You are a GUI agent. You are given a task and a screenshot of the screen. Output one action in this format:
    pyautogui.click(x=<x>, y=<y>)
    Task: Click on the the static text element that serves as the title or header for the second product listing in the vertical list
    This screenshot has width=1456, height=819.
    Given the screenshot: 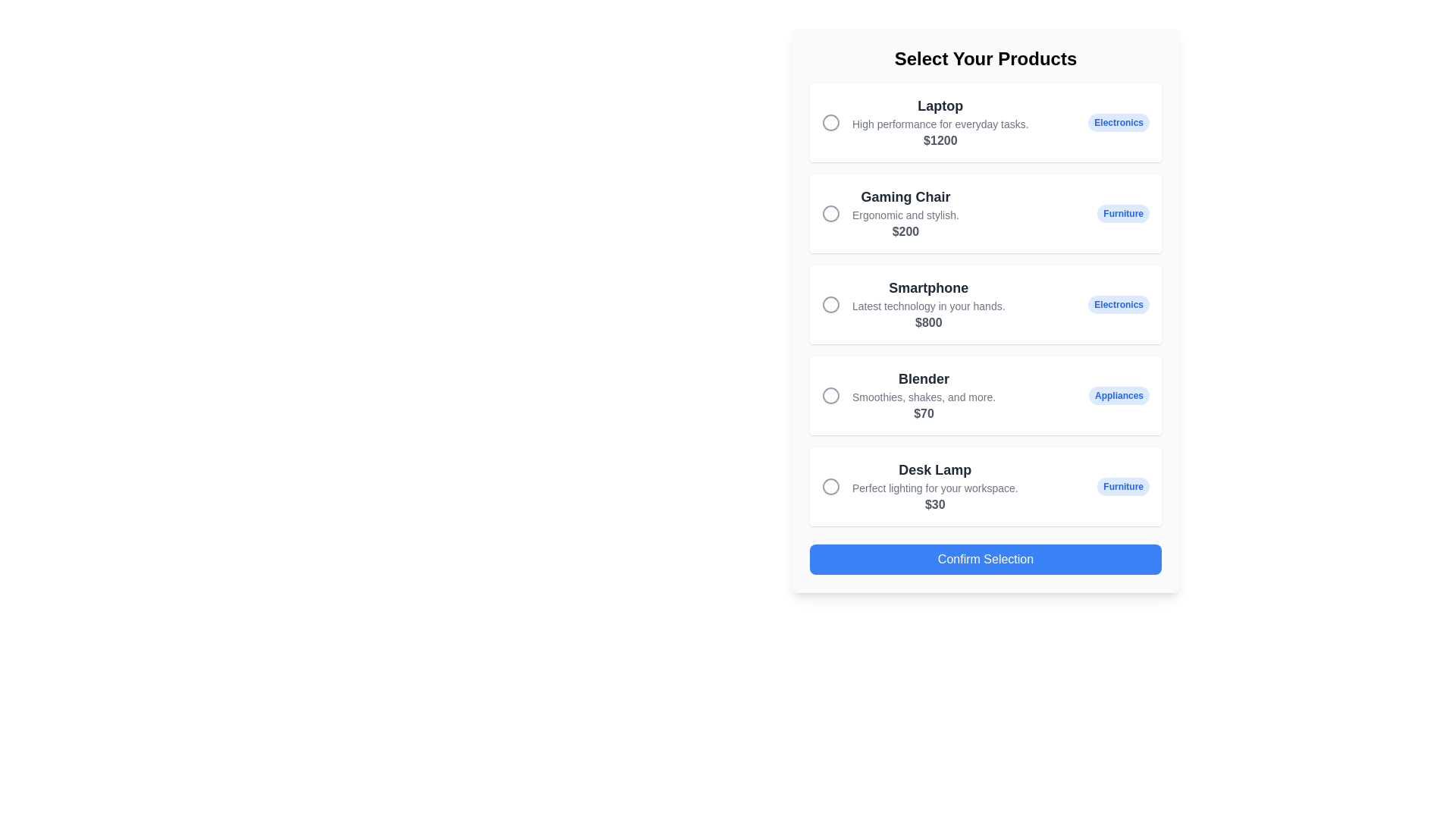 What is the action you would take?
    pyautogui.click(x=905, y=196)
    